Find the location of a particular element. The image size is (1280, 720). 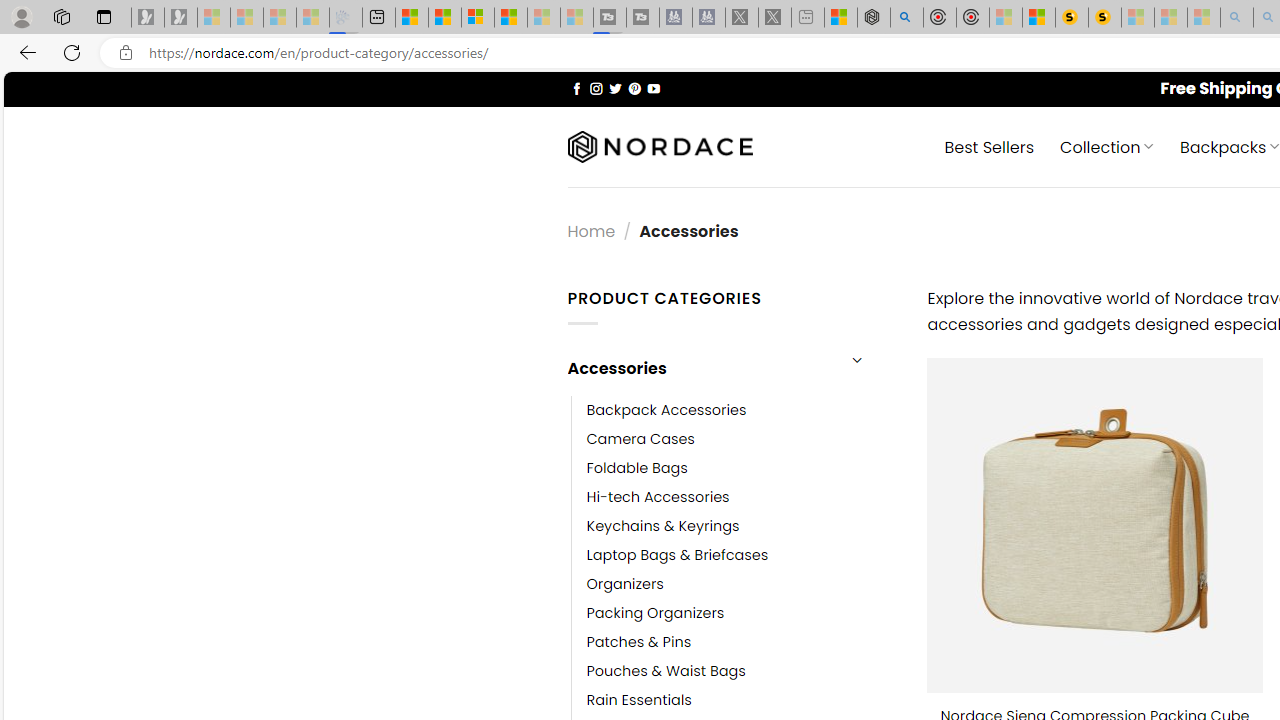

'Patches & Pins' is located at coordinates (638, 642).